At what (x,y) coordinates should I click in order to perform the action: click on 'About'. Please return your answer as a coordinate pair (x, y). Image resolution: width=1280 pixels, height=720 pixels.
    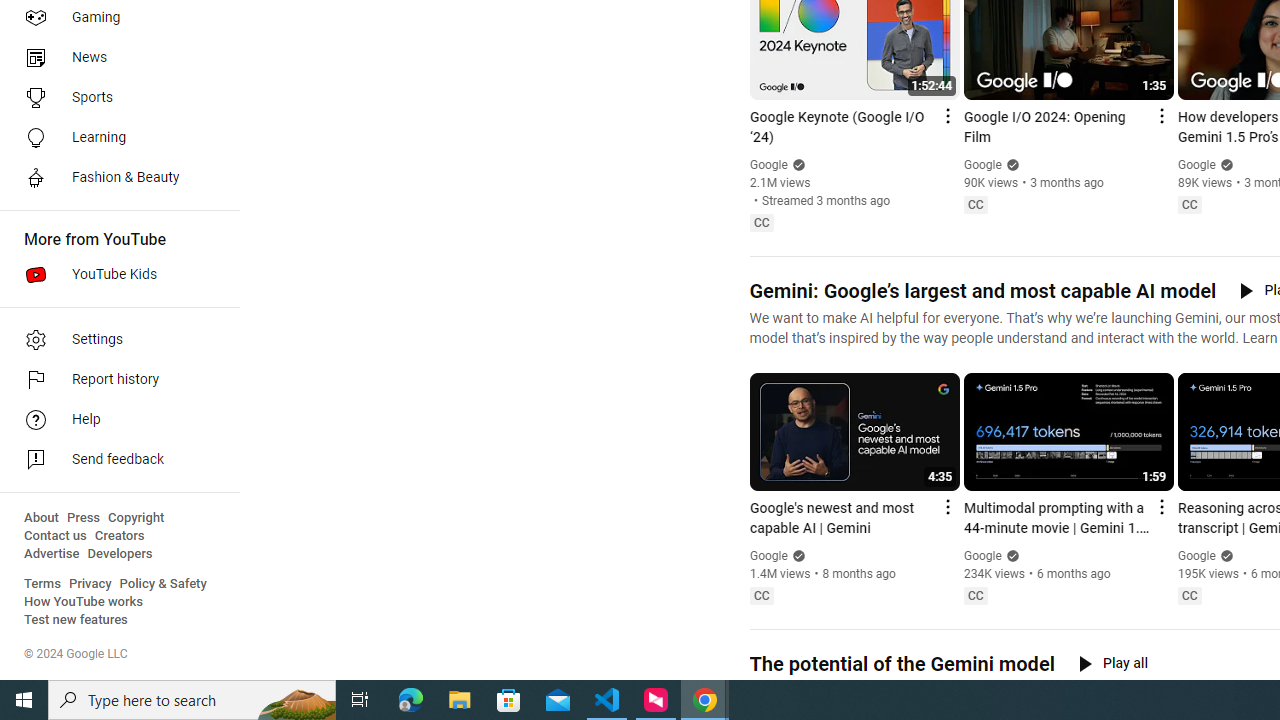
    Looking at the image, I should click on (41, 517).